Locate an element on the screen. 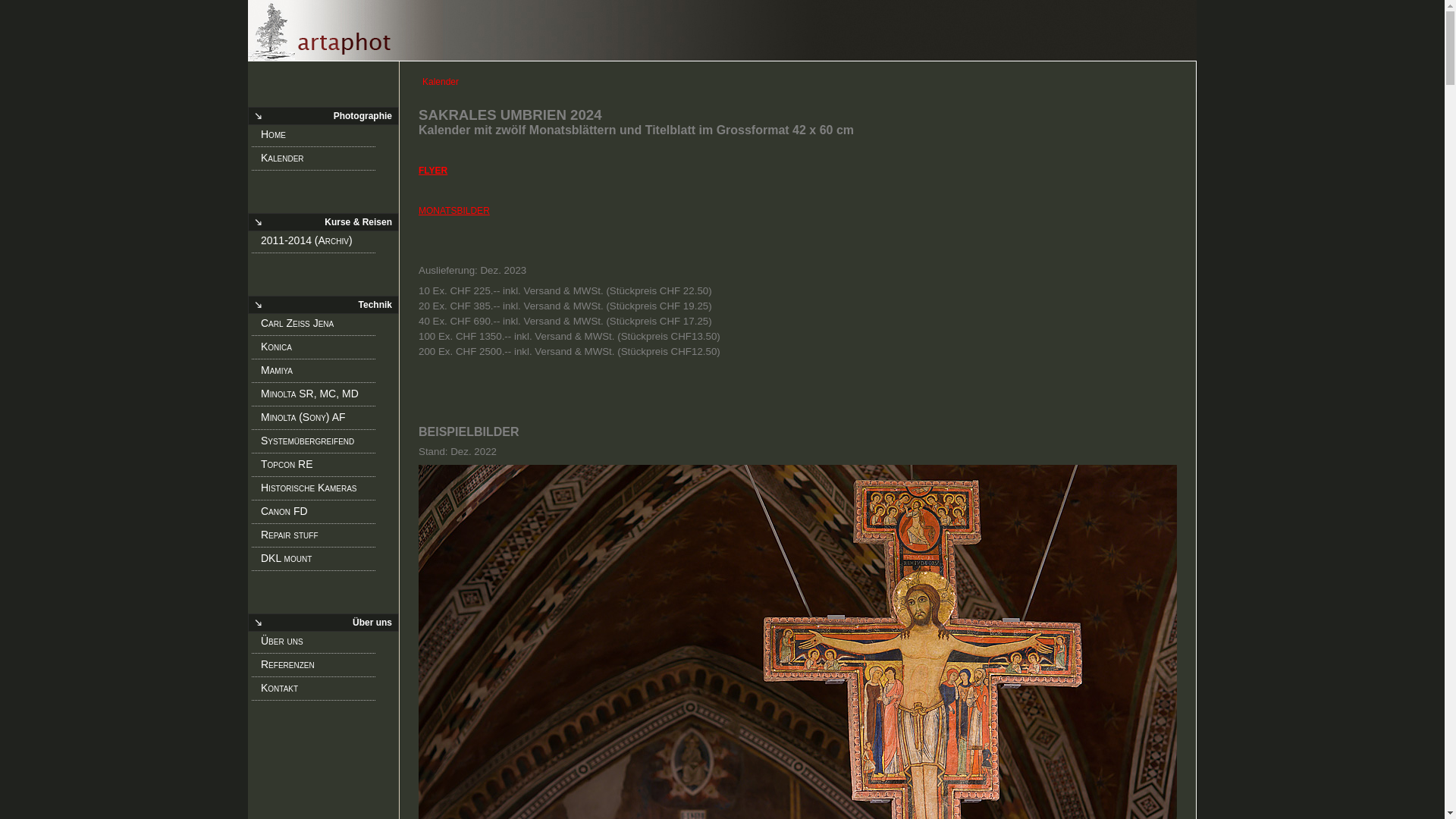 Image resolution: width=1456 pixels, height=819 pixels. 'DKL mount' is located at coordinates (318, 561).